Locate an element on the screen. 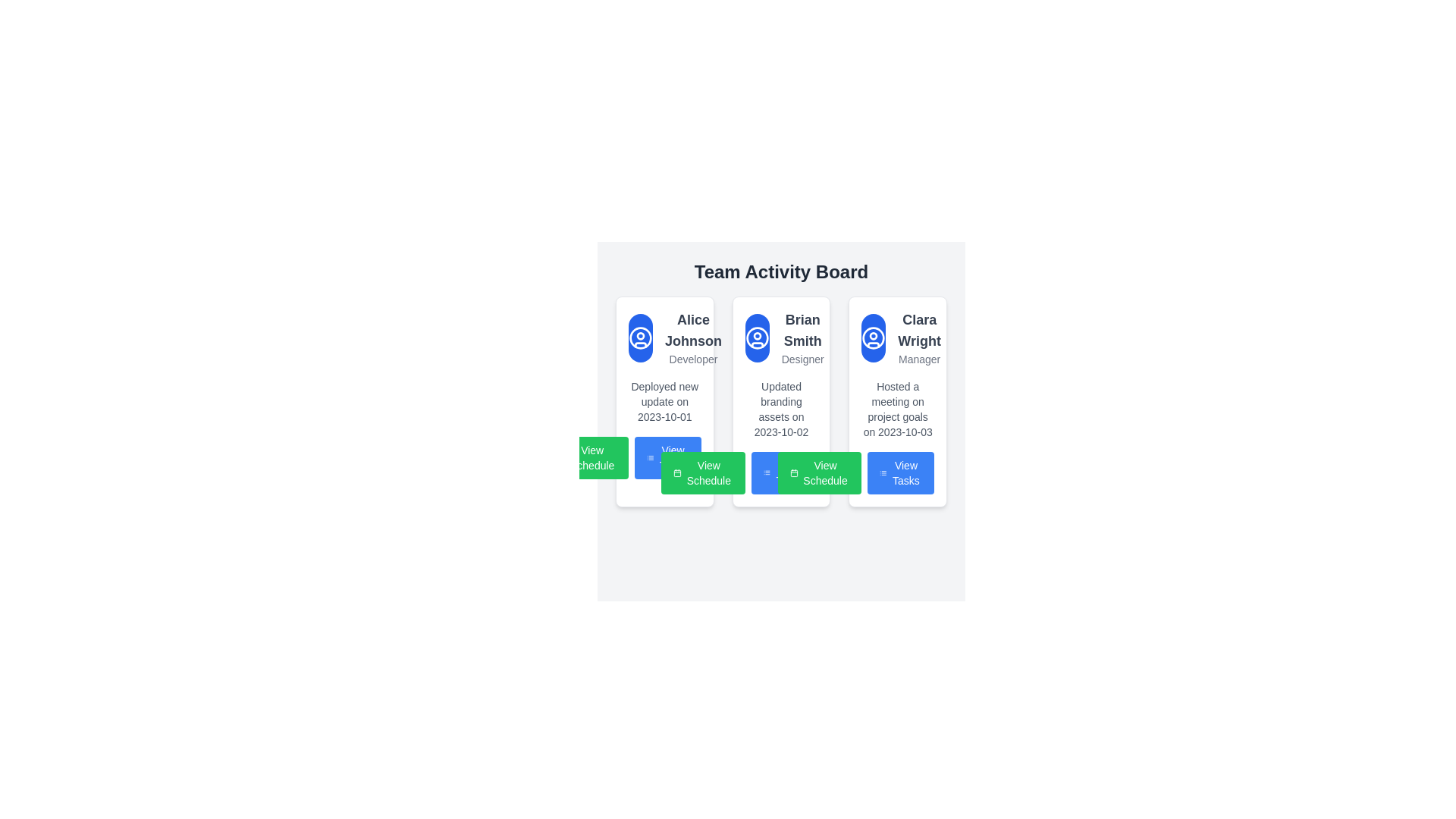 The image size is (1456, 819). the second button in the horizontal list of buttons is located at coordinates (818, 472).